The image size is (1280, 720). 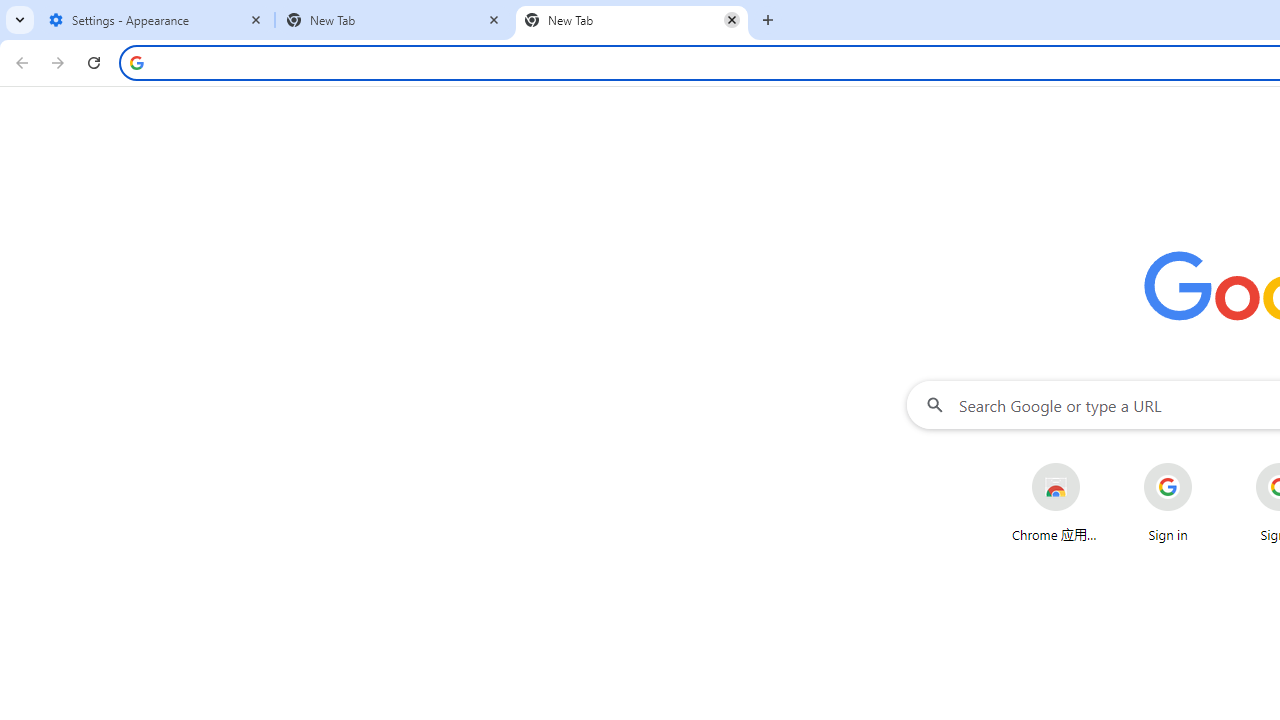 I want to click on 'More actions for Sign in shortcut', so click(x=1207, y=464).